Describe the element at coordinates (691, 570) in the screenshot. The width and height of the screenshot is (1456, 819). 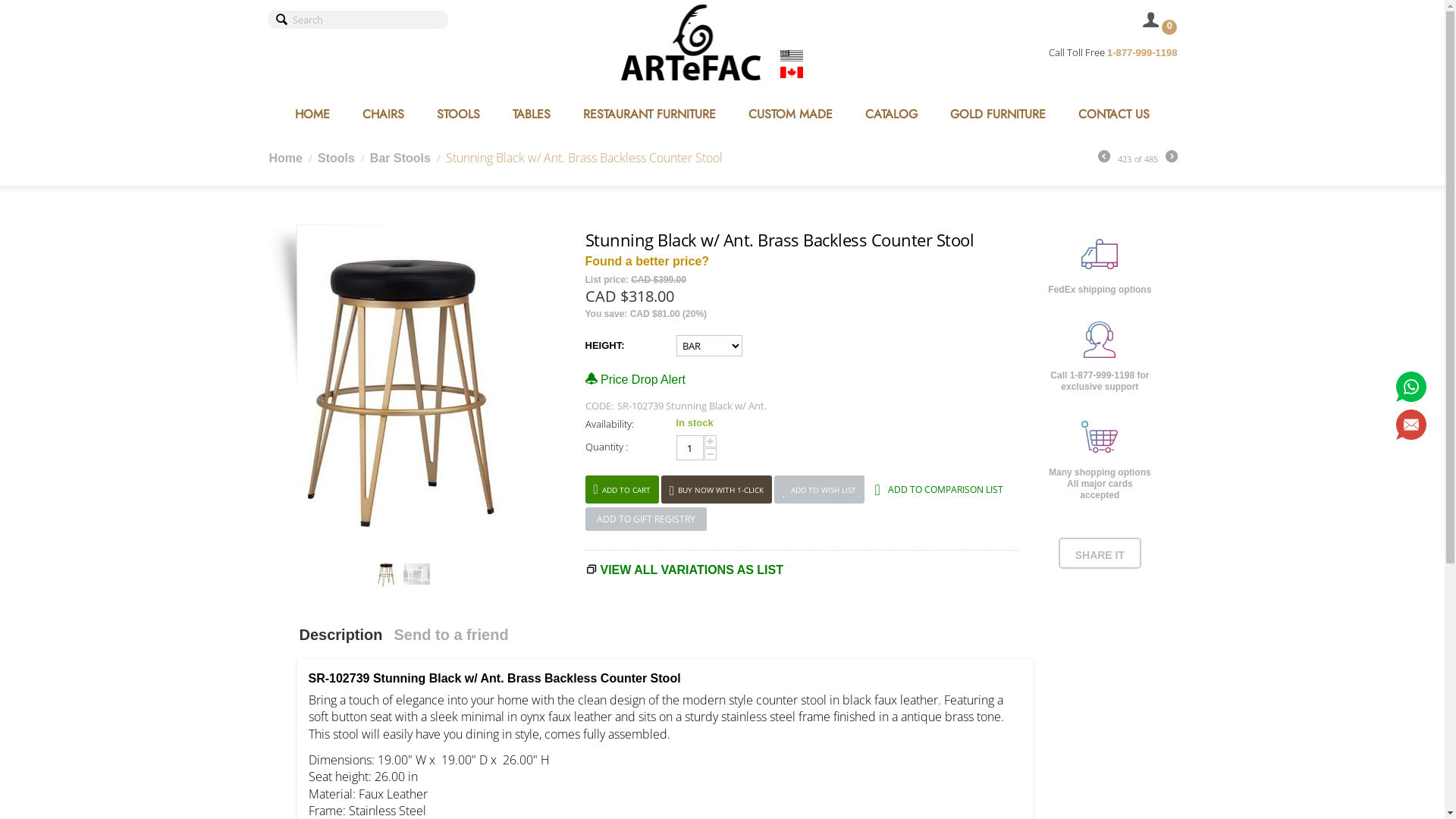
I see `'VIEW ALL VARIATIONS AS LIST'` at that location.